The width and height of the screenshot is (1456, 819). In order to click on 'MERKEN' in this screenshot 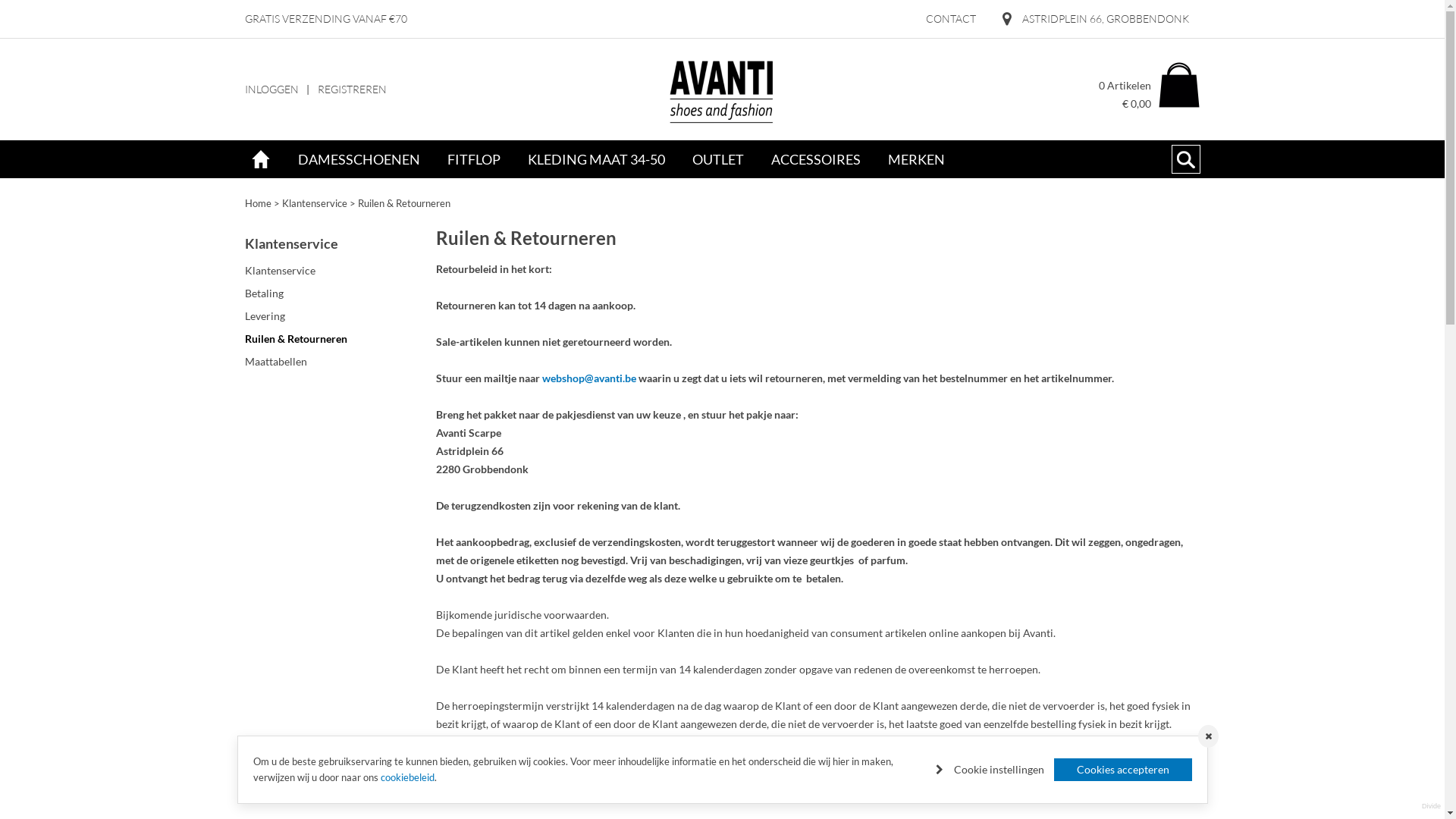, I will do `click(915, 159)`.